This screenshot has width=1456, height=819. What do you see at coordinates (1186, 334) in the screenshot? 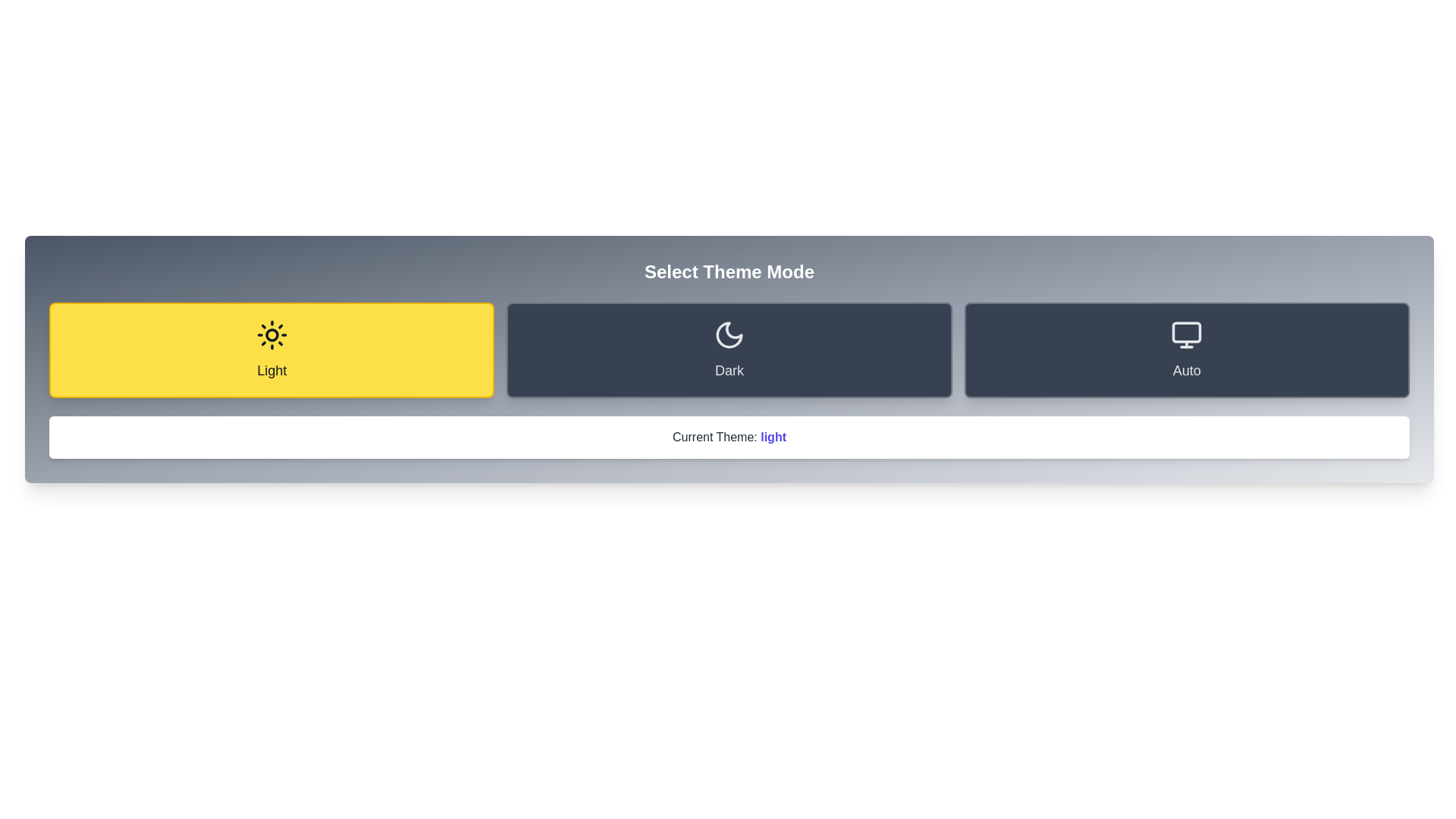
I see `the icon resembling a computer monitor, which is part of the 'Auto' option in the theme mode selection group` at bounding box center [1186, 334].